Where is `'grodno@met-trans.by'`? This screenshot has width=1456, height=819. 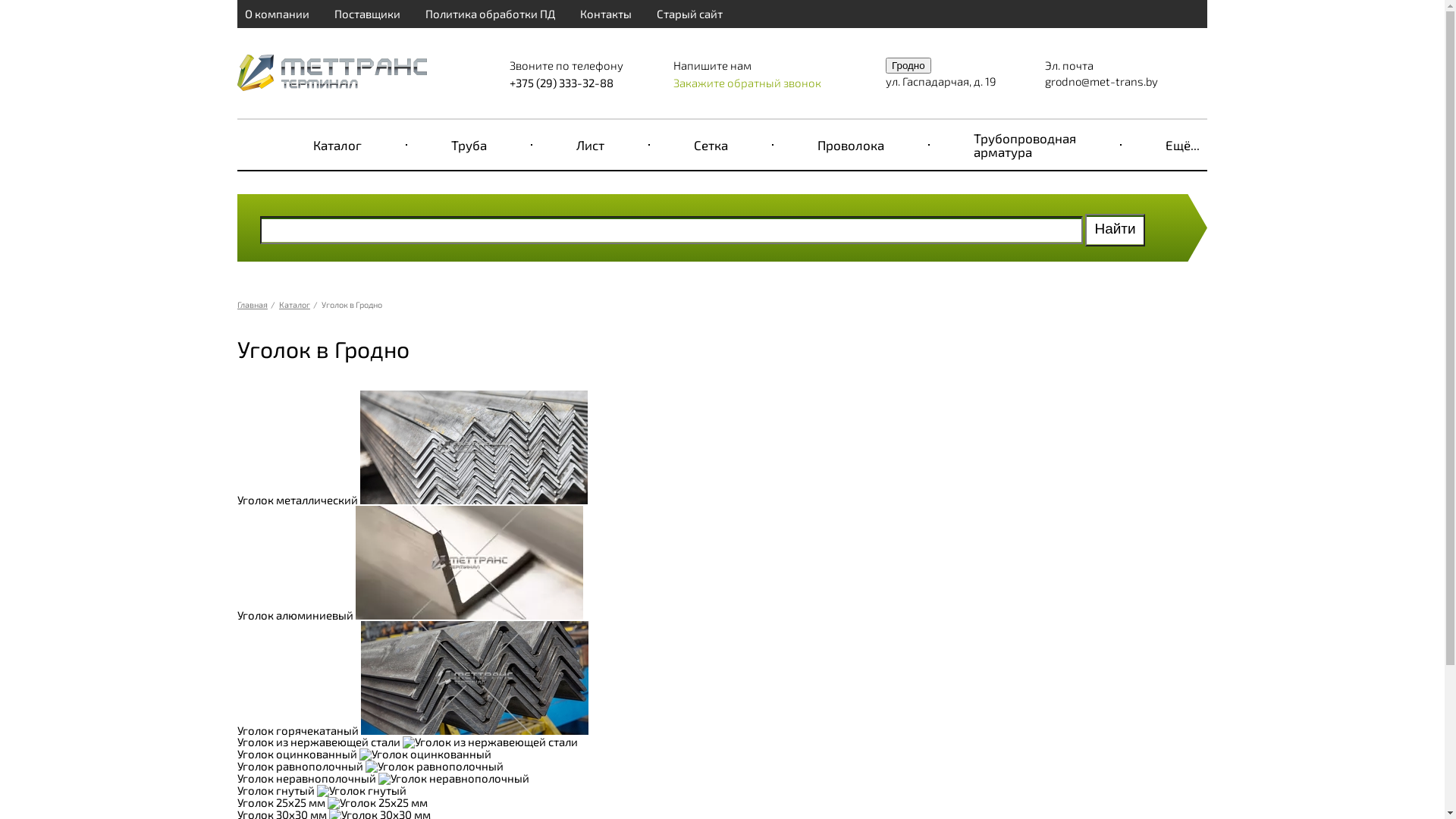
'grodno@met-trans.by' is located at coordinates (1101, 80).